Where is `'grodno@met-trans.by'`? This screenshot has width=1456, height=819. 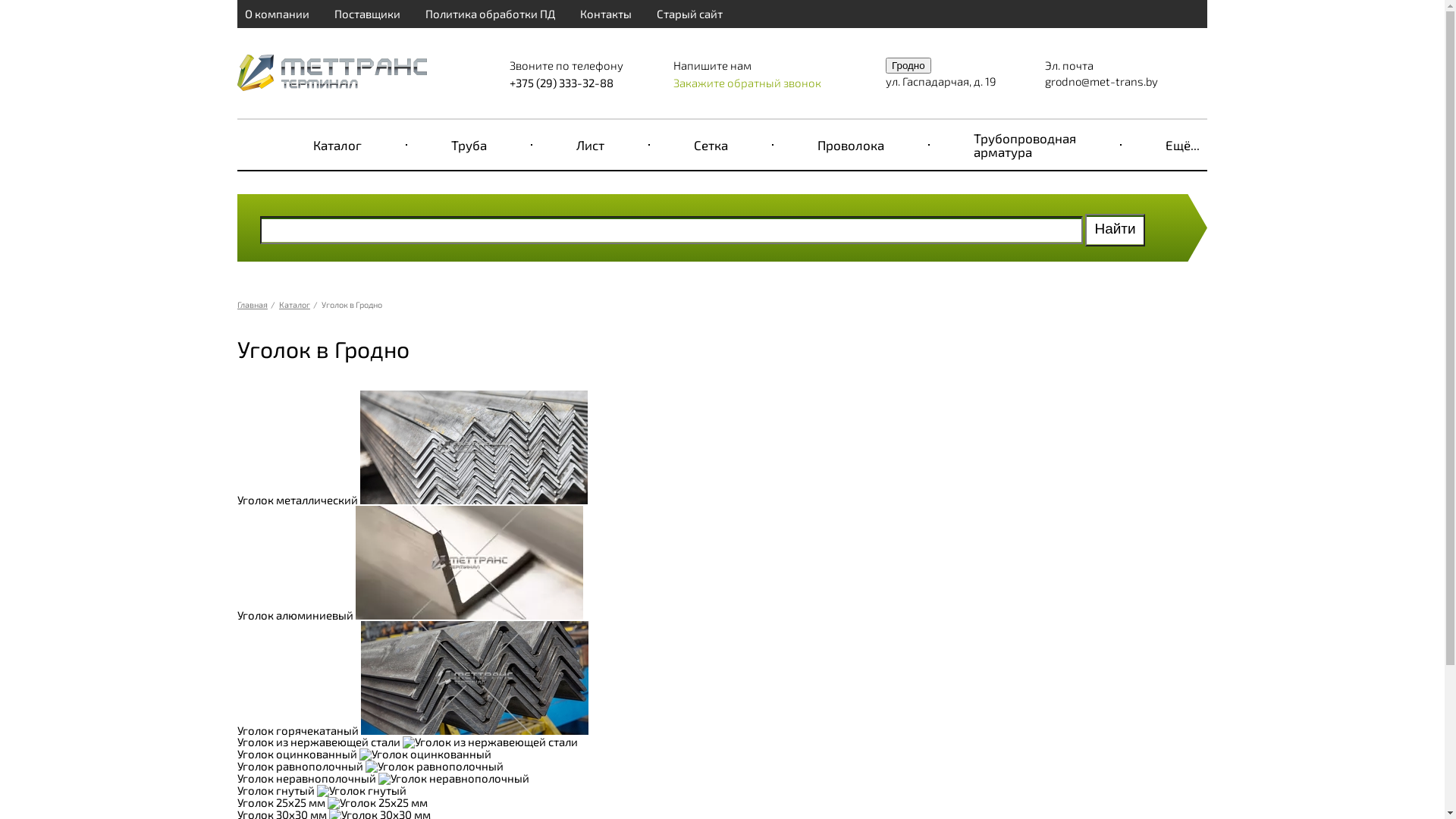
'grodno@met-trans.by' is located at coordinates (1101, 80).